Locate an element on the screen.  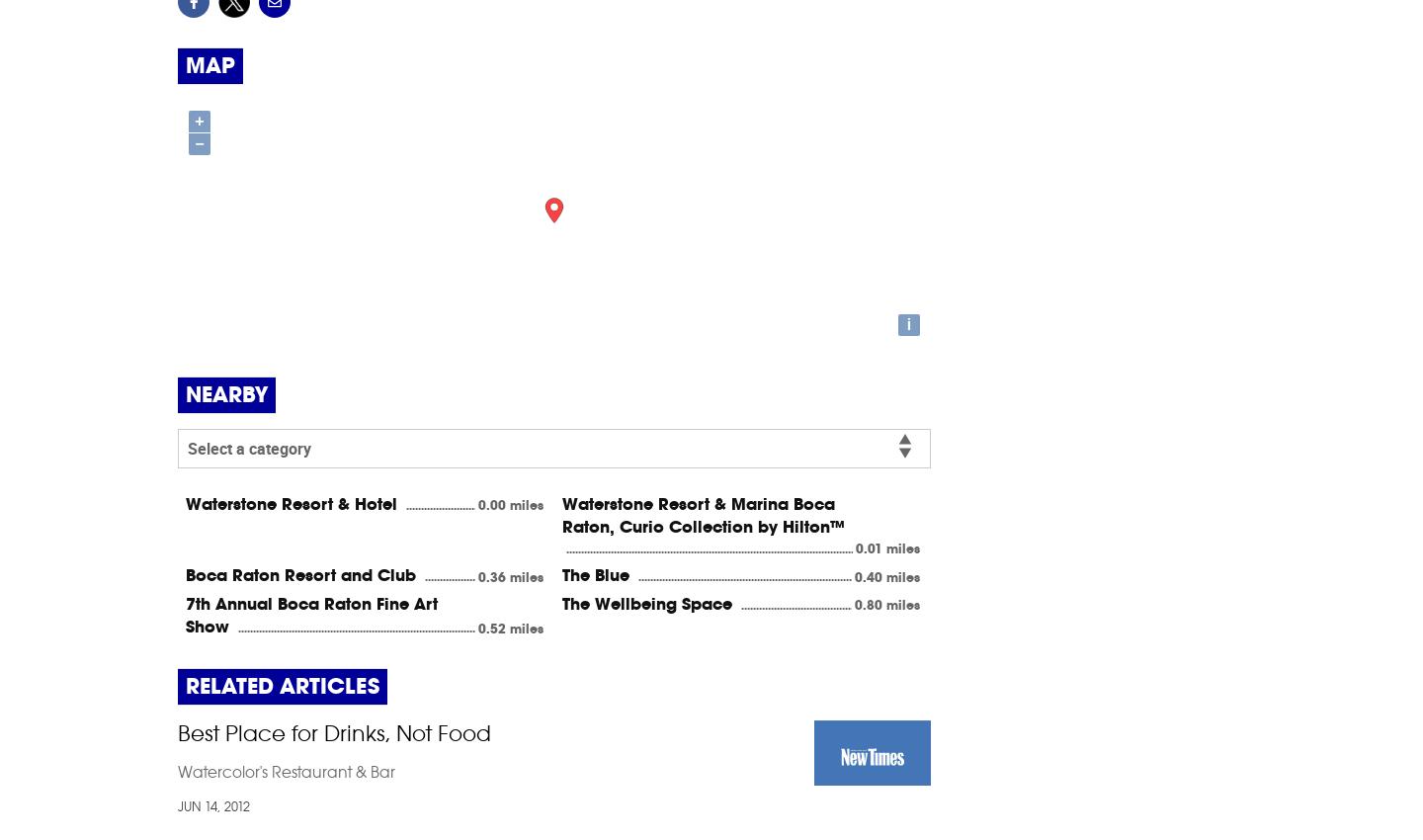
'Related Articles' is located at coordinates (186, 685).